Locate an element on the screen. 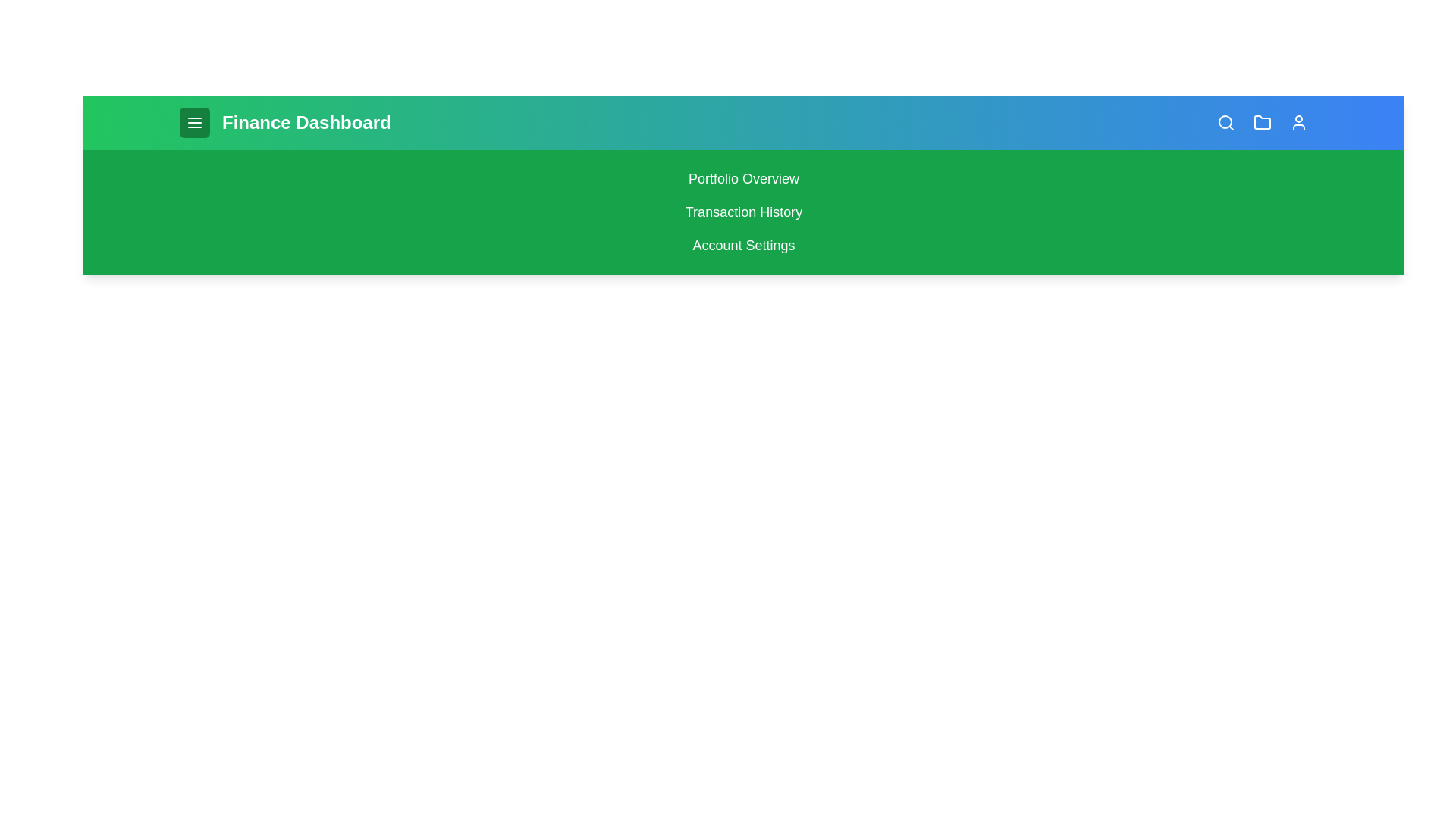  the user icon to view the user profile is located at coordinates (1298, 122).